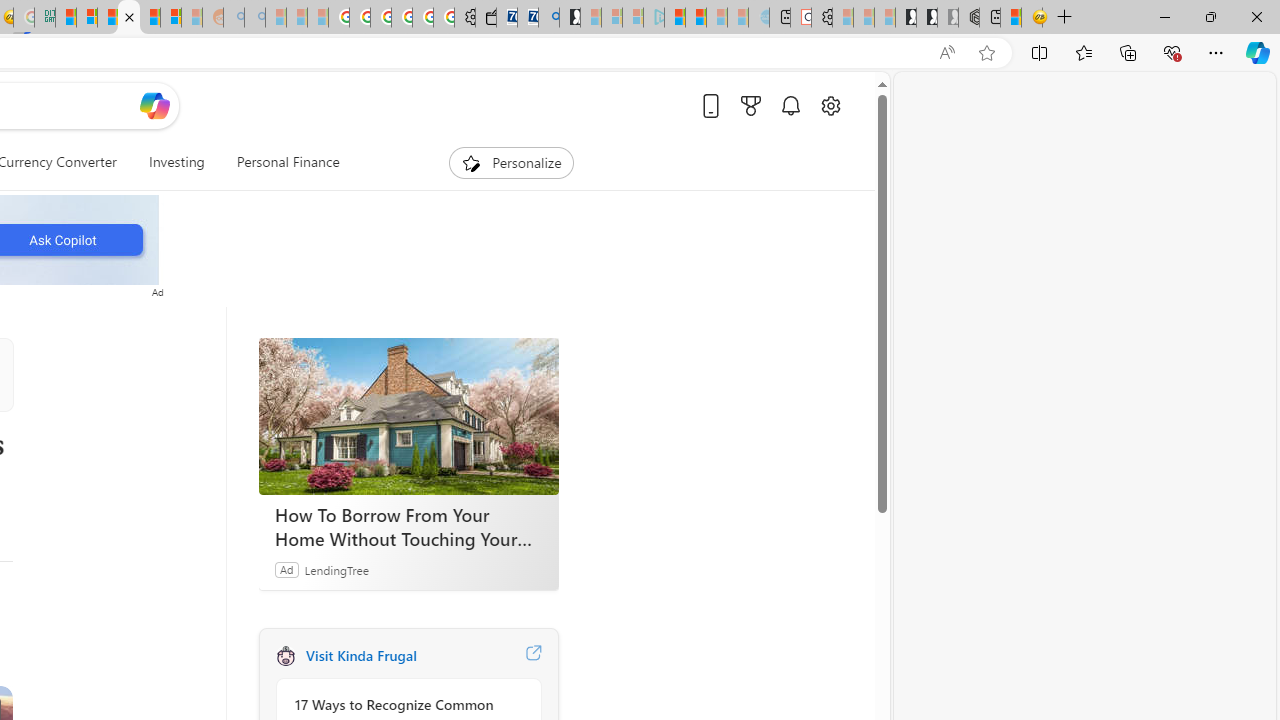 This screenshot has width=1280, height=720. Describe the element at coordinates (336, 569) in the screenshot. I see `'LendingTree'` at that location.